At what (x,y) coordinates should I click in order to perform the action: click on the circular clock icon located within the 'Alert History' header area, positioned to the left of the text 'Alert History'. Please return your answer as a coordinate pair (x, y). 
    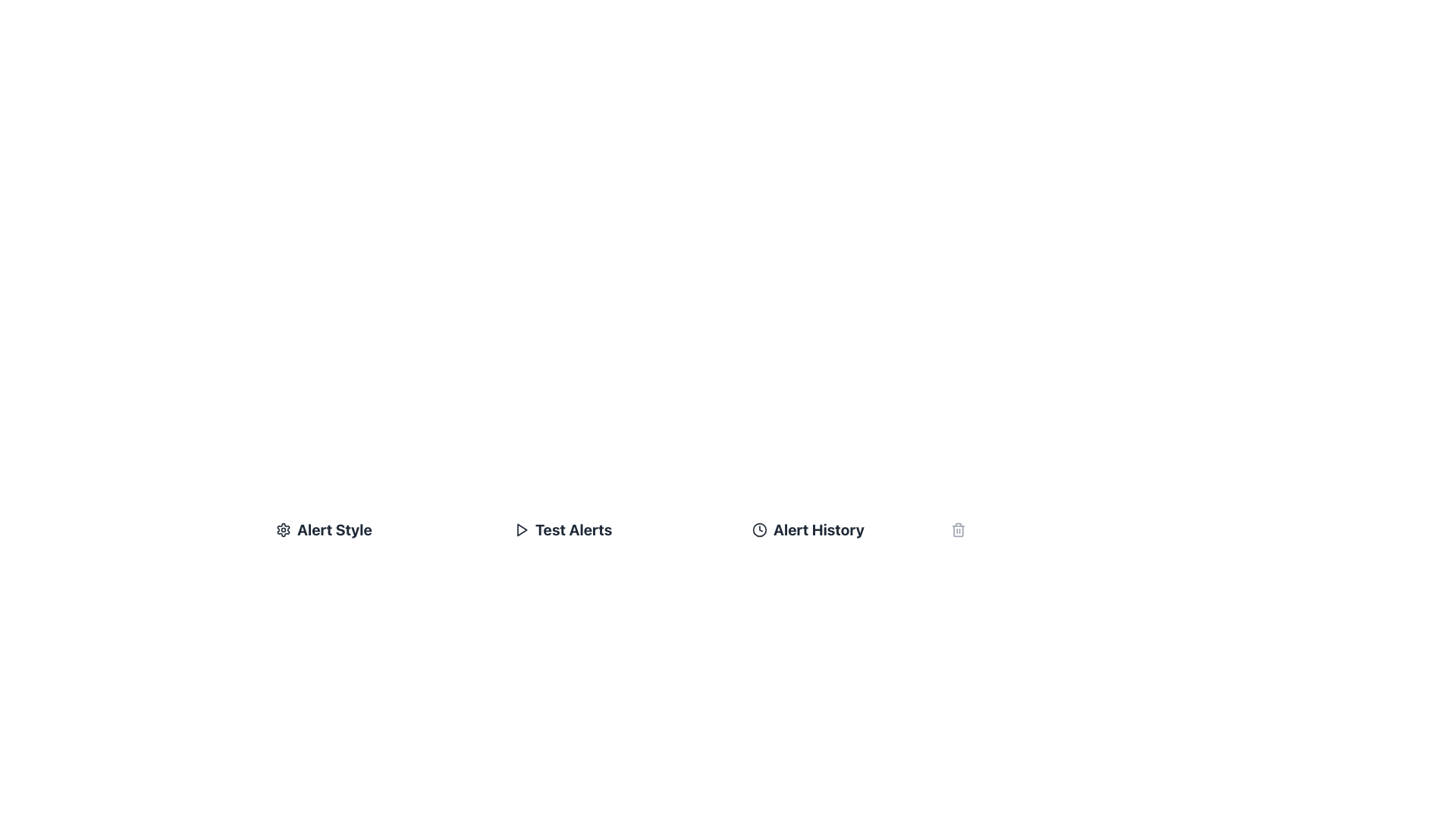
    Looking at the image, I should click on (760, 529).